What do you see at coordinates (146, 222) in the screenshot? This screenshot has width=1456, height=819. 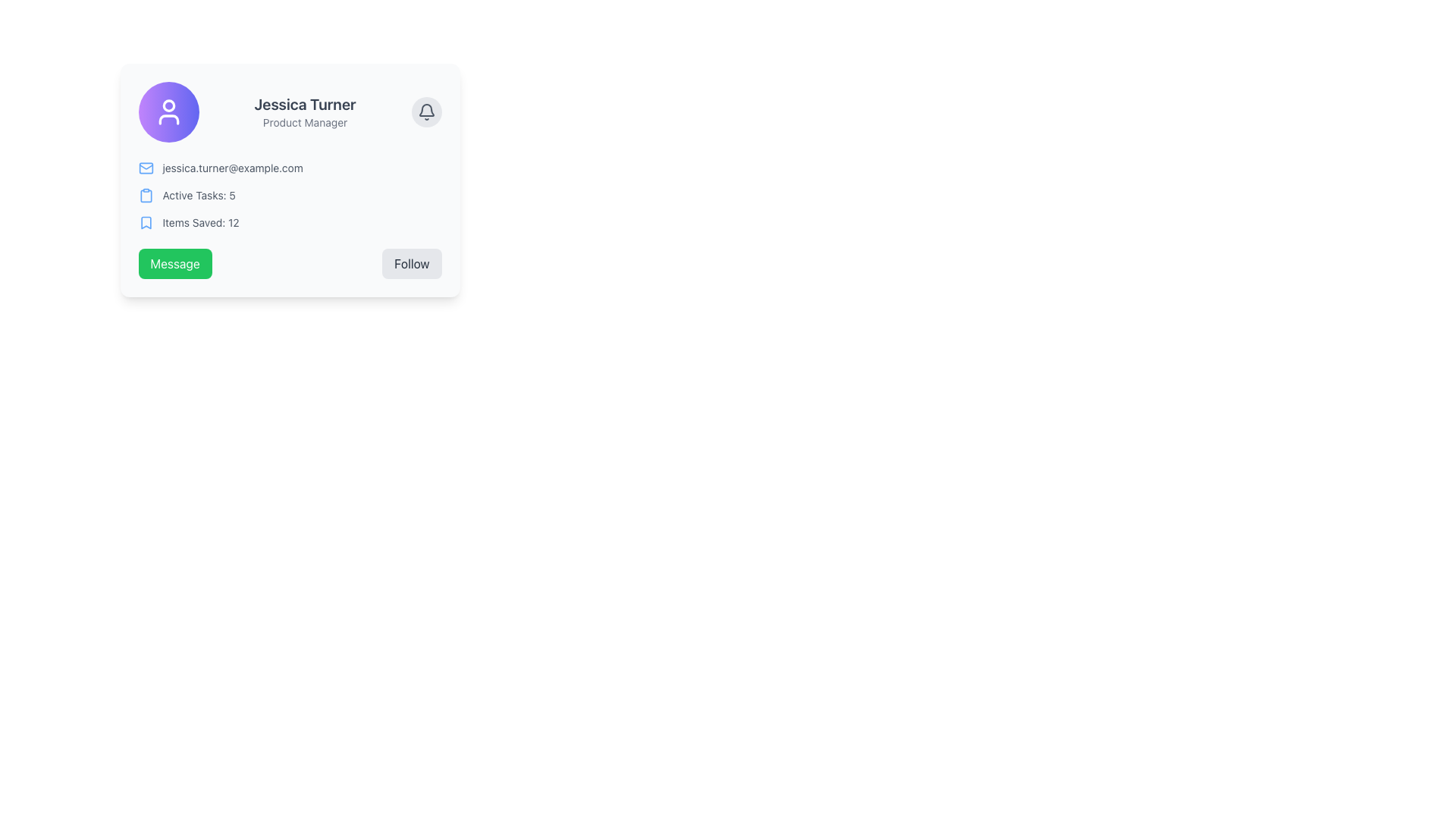 I see `the icon that visually indicates saved items, located to the left of the 'Items Saved: 12.' text` at bounding box center [146, 222].